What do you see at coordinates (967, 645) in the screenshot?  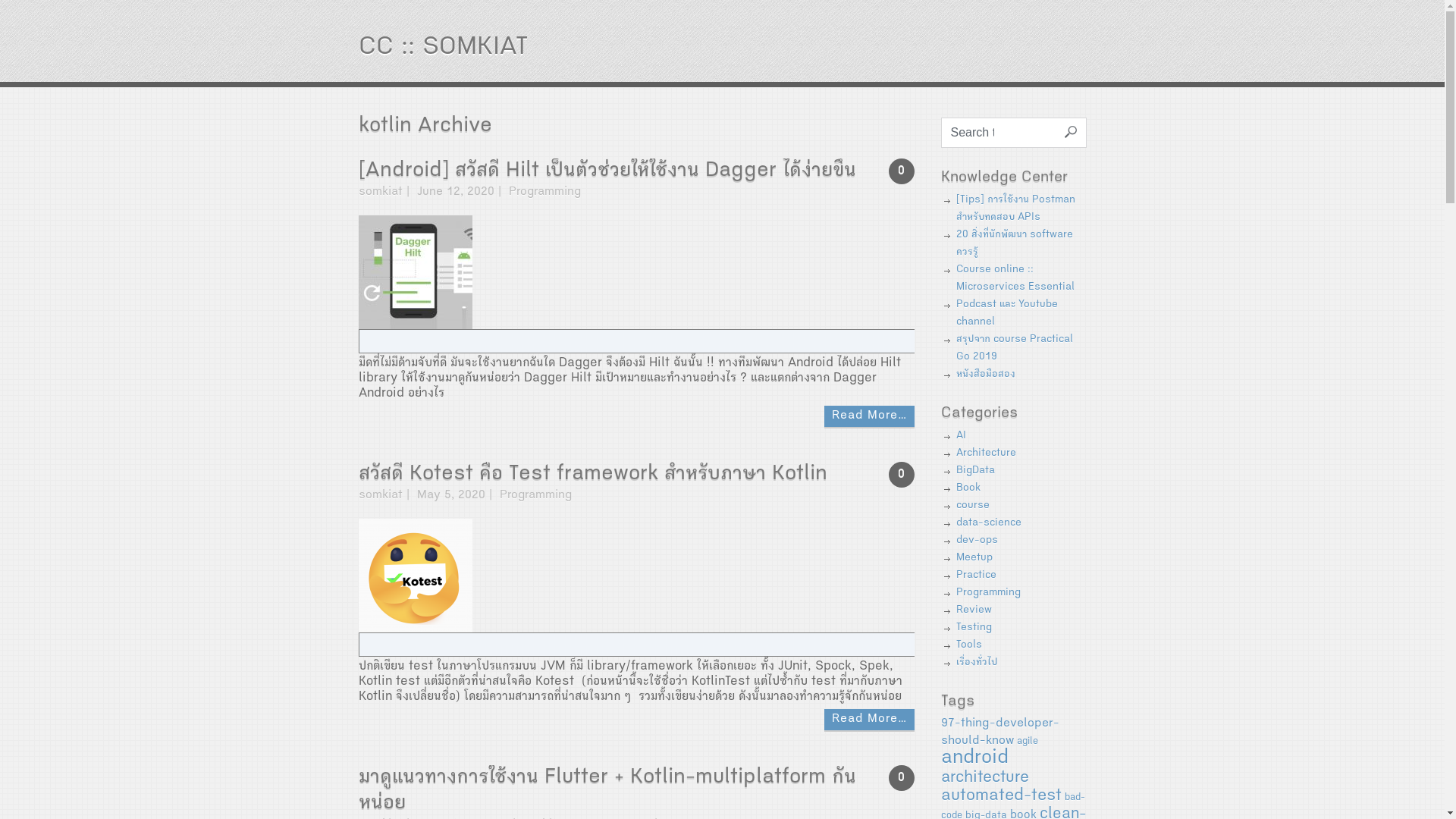 I see `'Tools'` at bounding box center [967, 645].